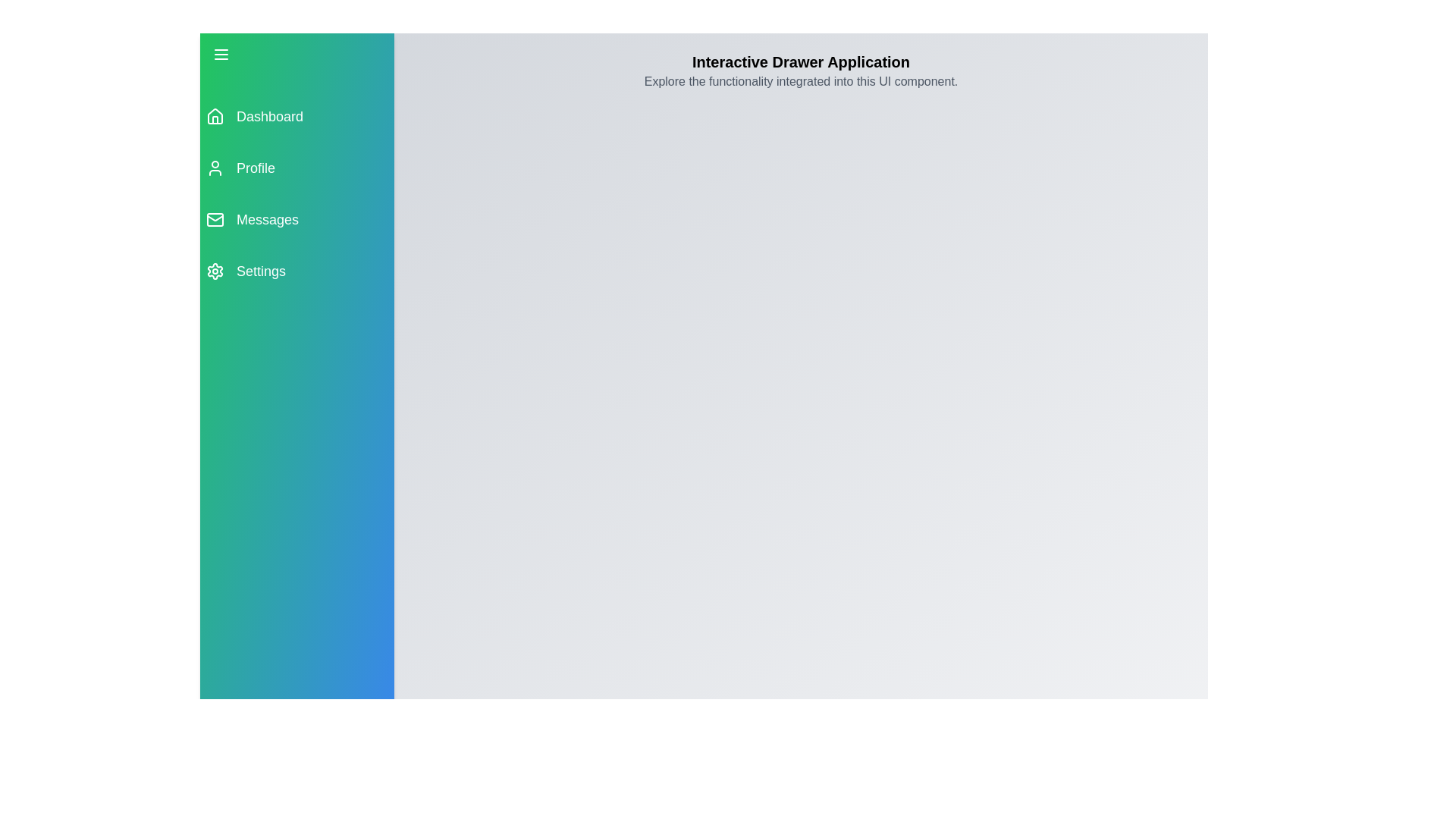  Describe the element at coordinates (297, 219) in the screenshot. I see `the menu item labeled Messages` at that location.